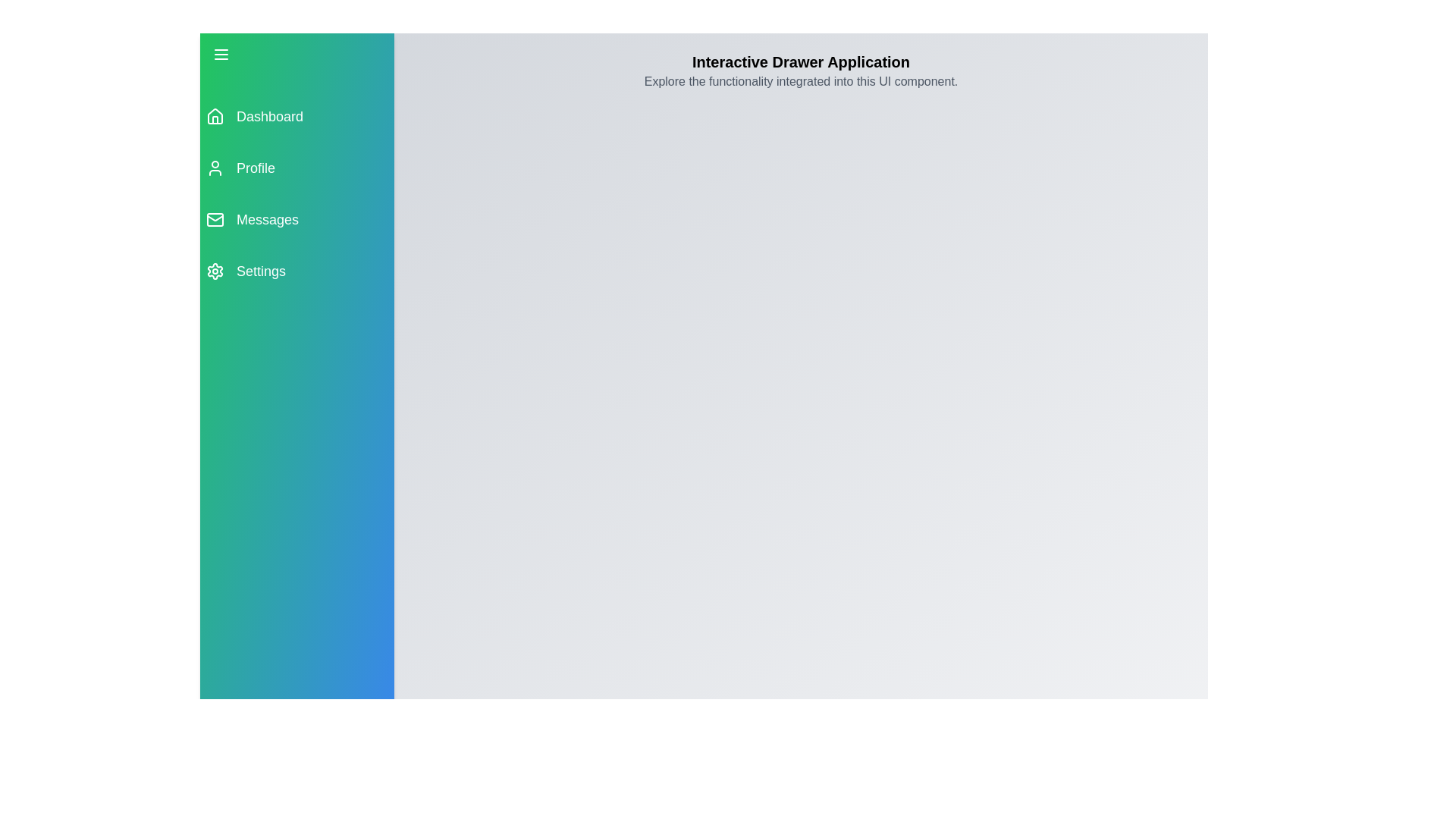  Describe the element at coordinates (297, 219) in the screenshot. I see `the menu item labeled Messages` at that location.